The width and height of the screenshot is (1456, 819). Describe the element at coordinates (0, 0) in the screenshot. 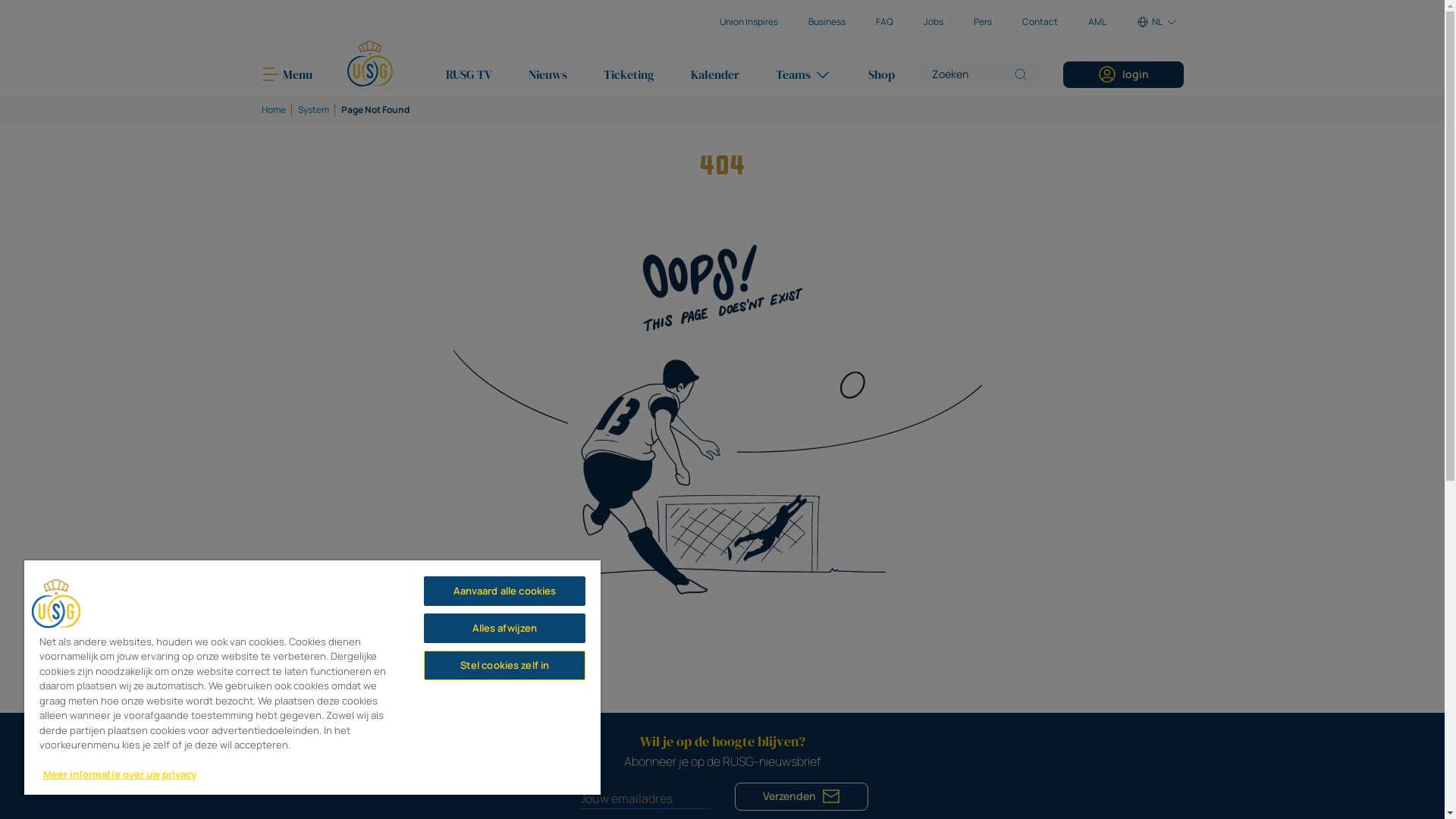

I see `'Skip to main content'` at that location.